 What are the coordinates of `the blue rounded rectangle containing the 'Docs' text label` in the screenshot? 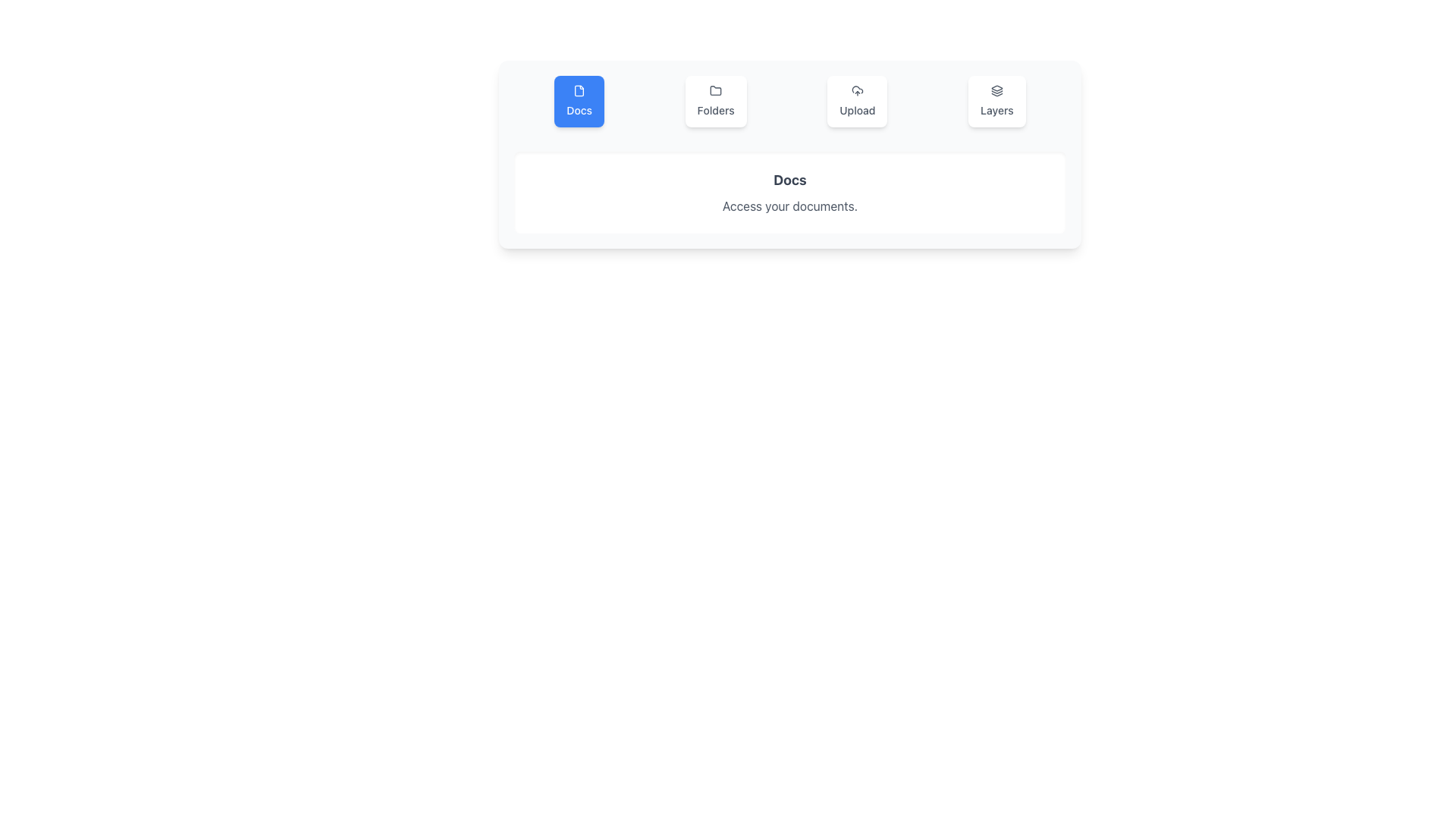 It's located at (578, 110).